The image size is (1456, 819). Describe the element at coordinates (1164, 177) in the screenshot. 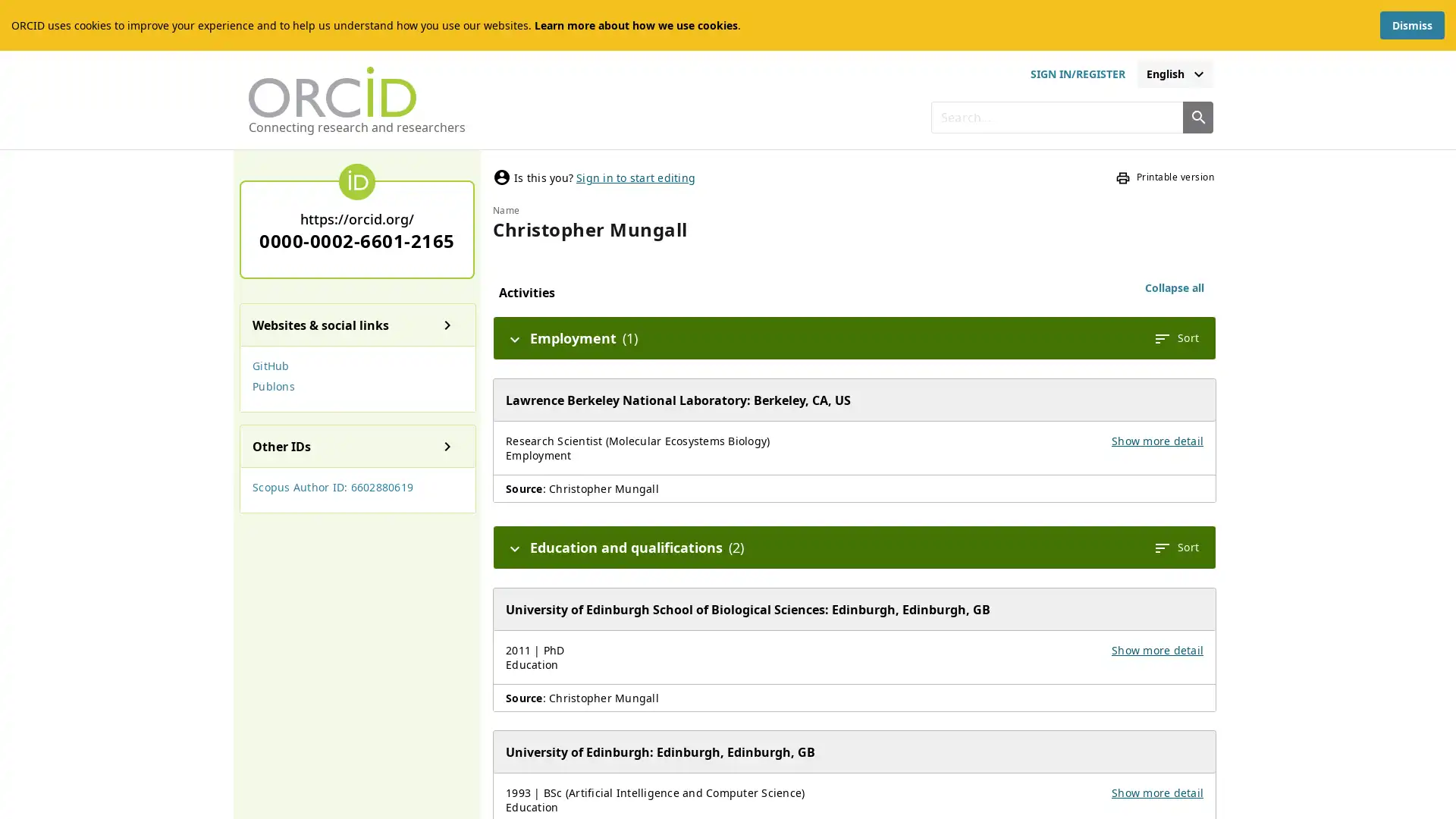

I see `Printable version` at that location.